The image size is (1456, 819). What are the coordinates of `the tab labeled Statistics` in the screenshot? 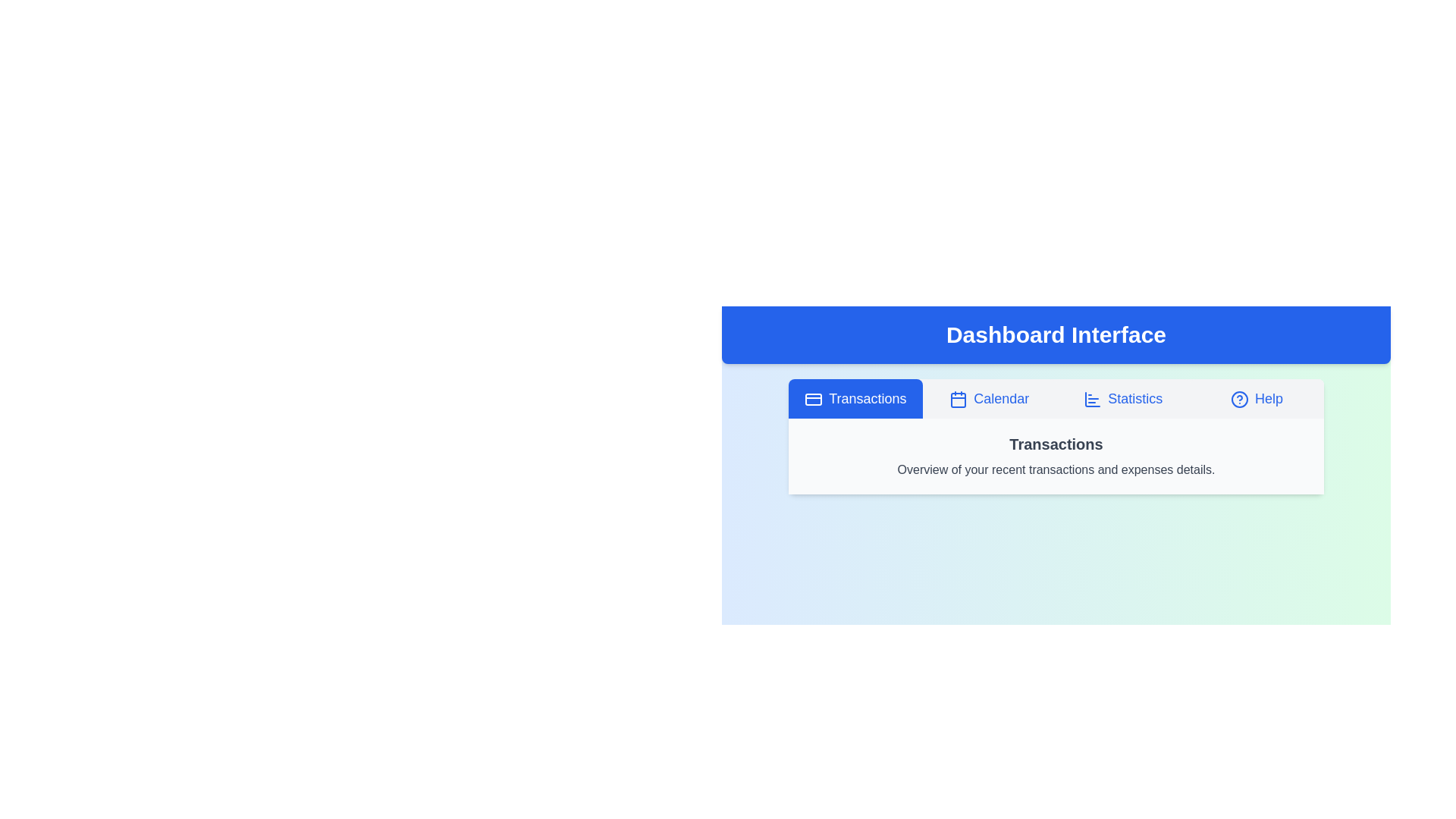 It's located at (1123, 397).